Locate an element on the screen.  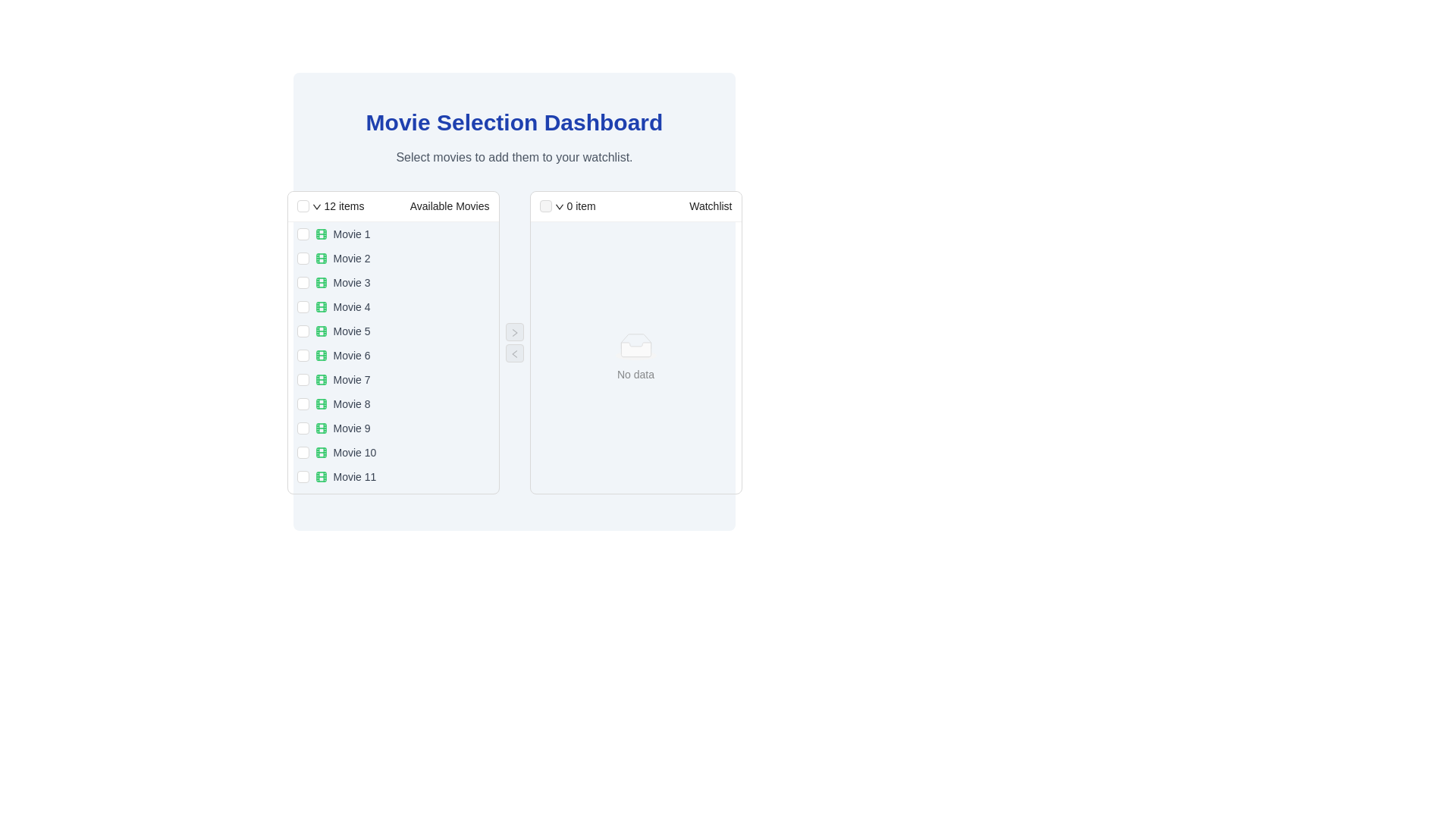
the fourth list item is located at coordinates (402, 307).